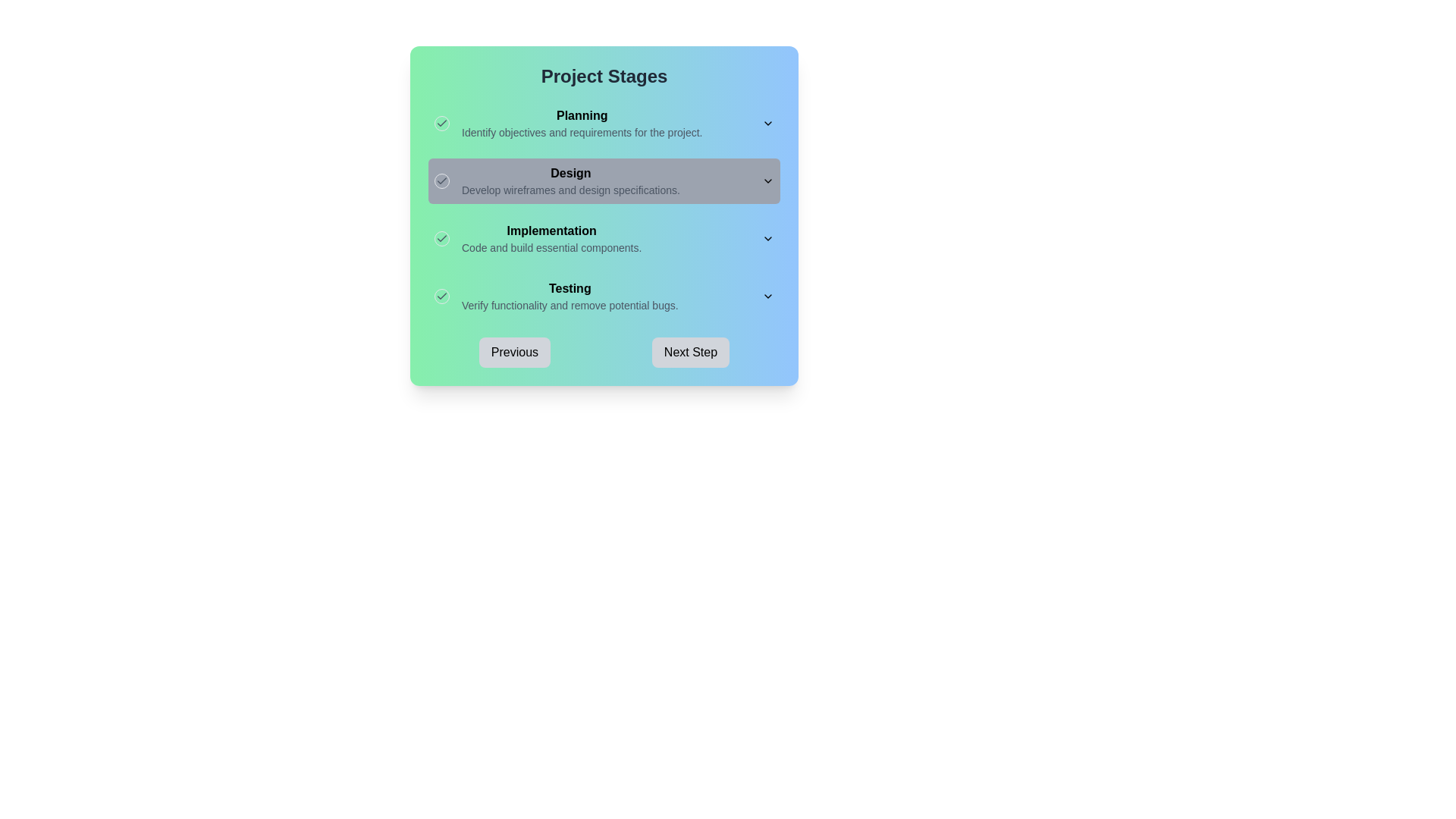 The image size is (1456, 819). I want to click on information presented in the expandable section titled 'Design', which contains the description 'Develop wireframes and design specifications.', so click(603, 180).